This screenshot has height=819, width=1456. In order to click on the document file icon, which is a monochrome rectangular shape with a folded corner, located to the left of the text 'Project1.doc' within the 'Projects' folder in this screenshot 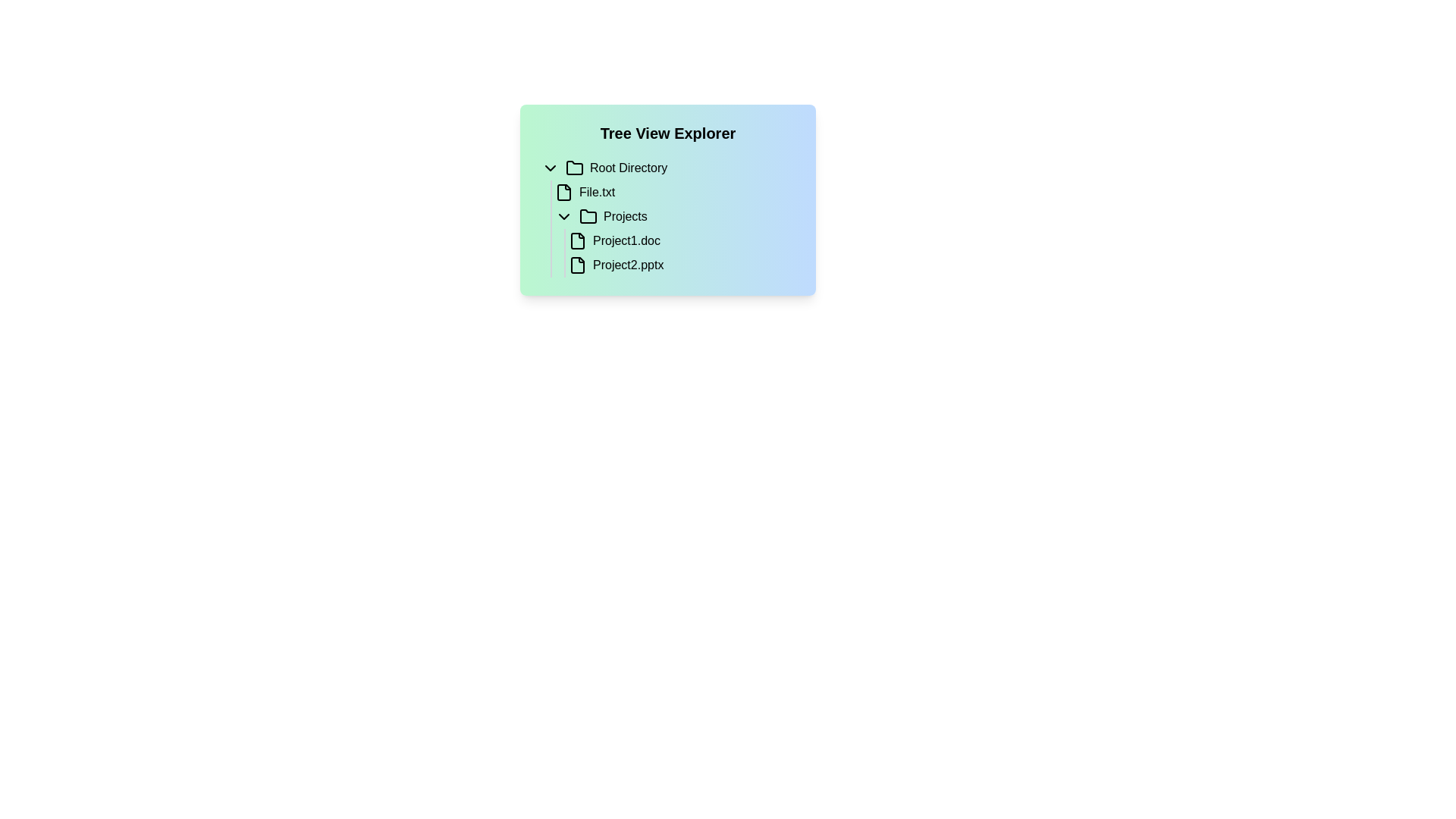, I will do `click(577, 240)`.